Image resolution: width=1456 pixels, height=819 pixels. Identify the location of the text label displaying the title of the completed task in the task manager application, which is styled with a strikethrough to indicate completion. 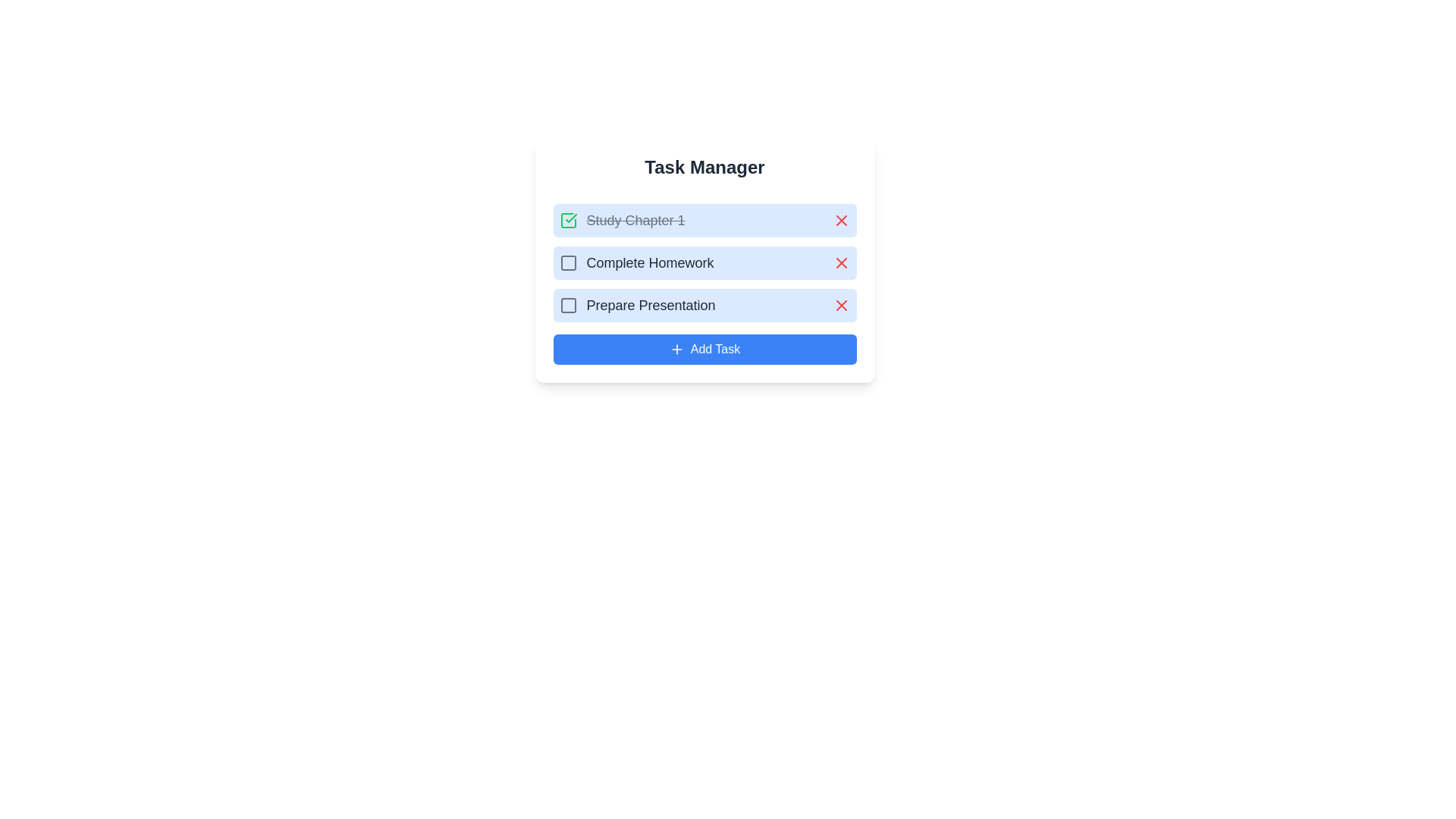
(622, 220).